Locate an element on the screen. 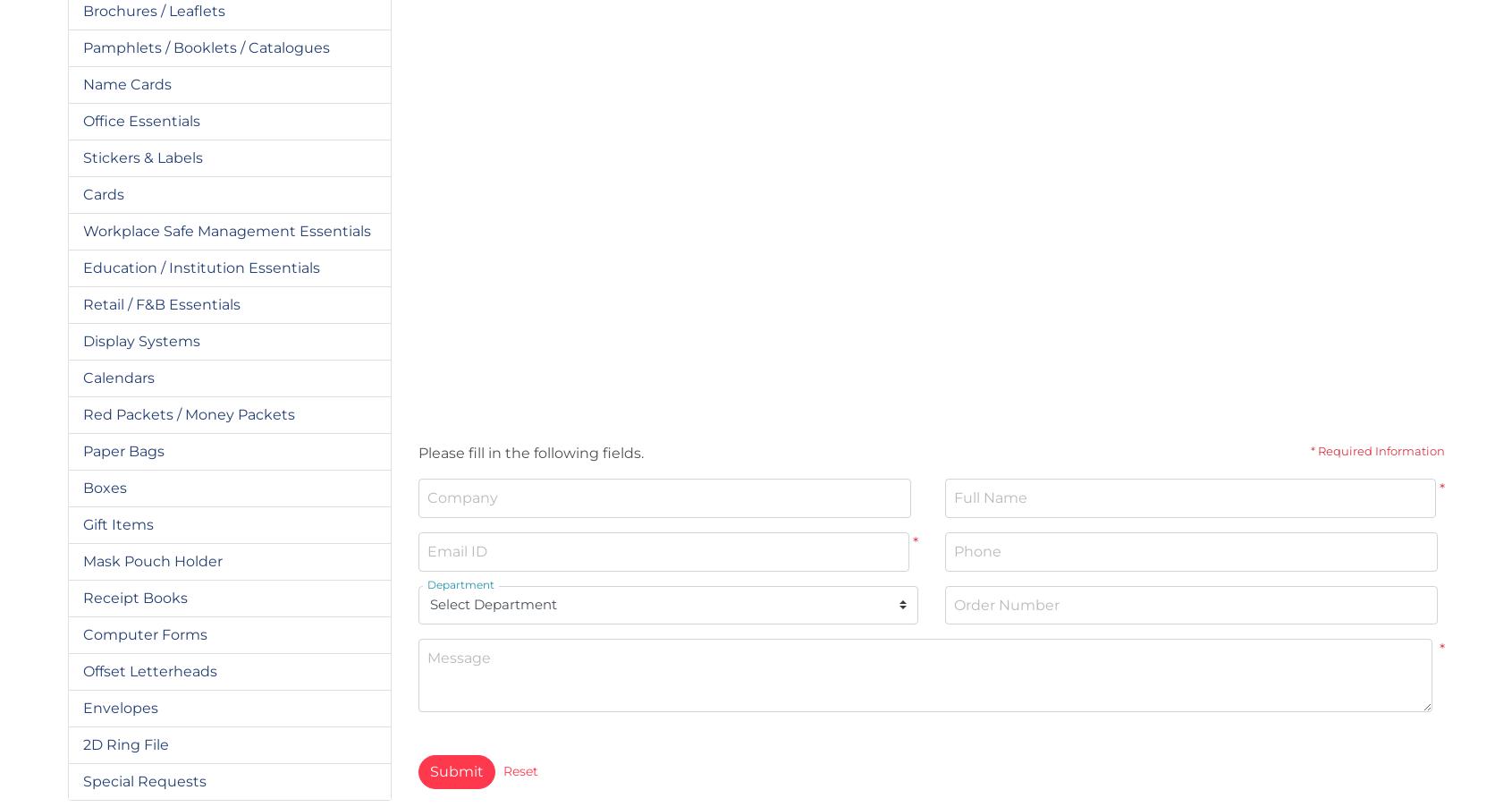  'Department' is located at coordinates (459, 582).